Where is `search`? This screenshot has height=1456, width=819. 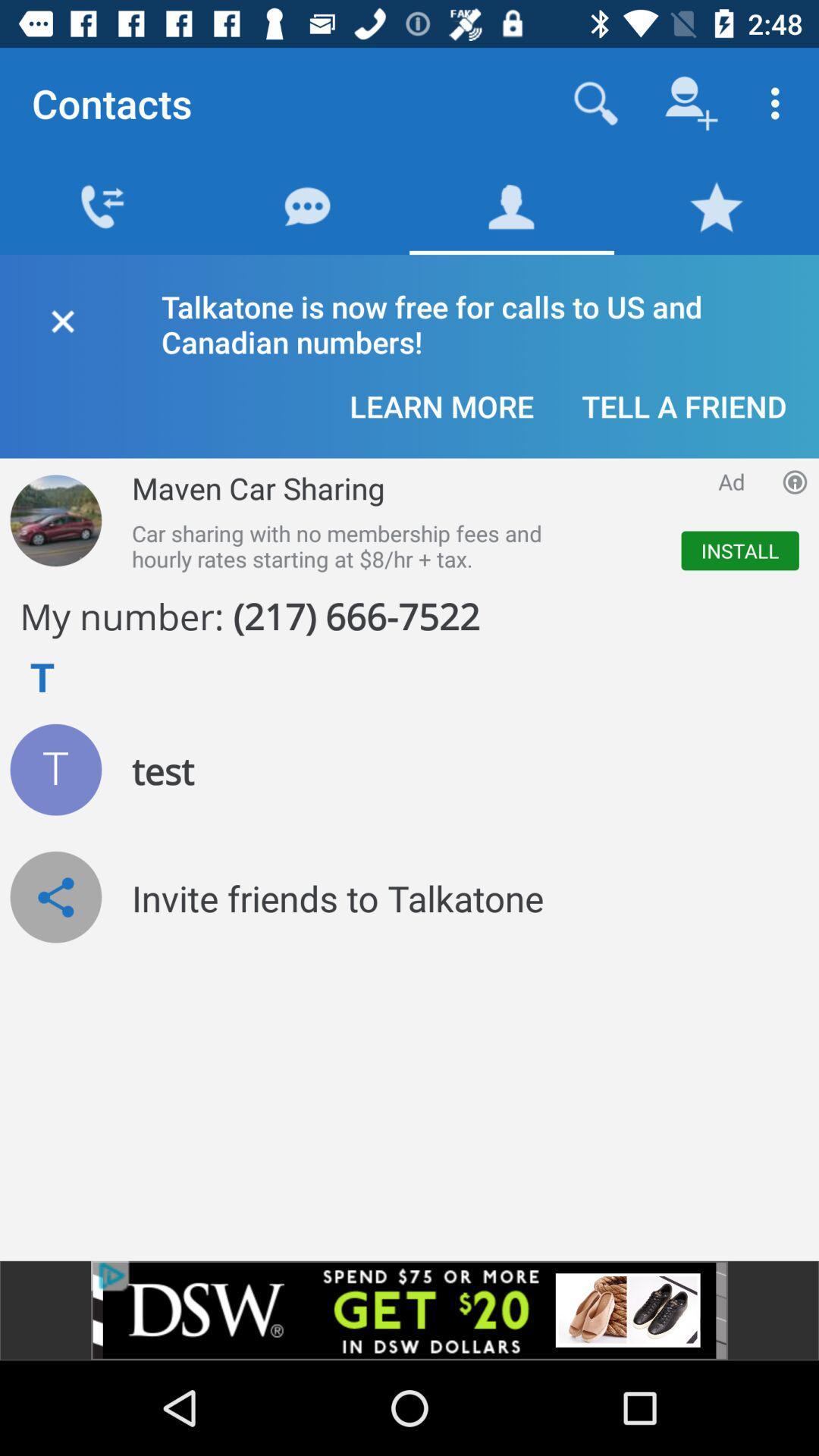 search is located at coordinates (595, 102).